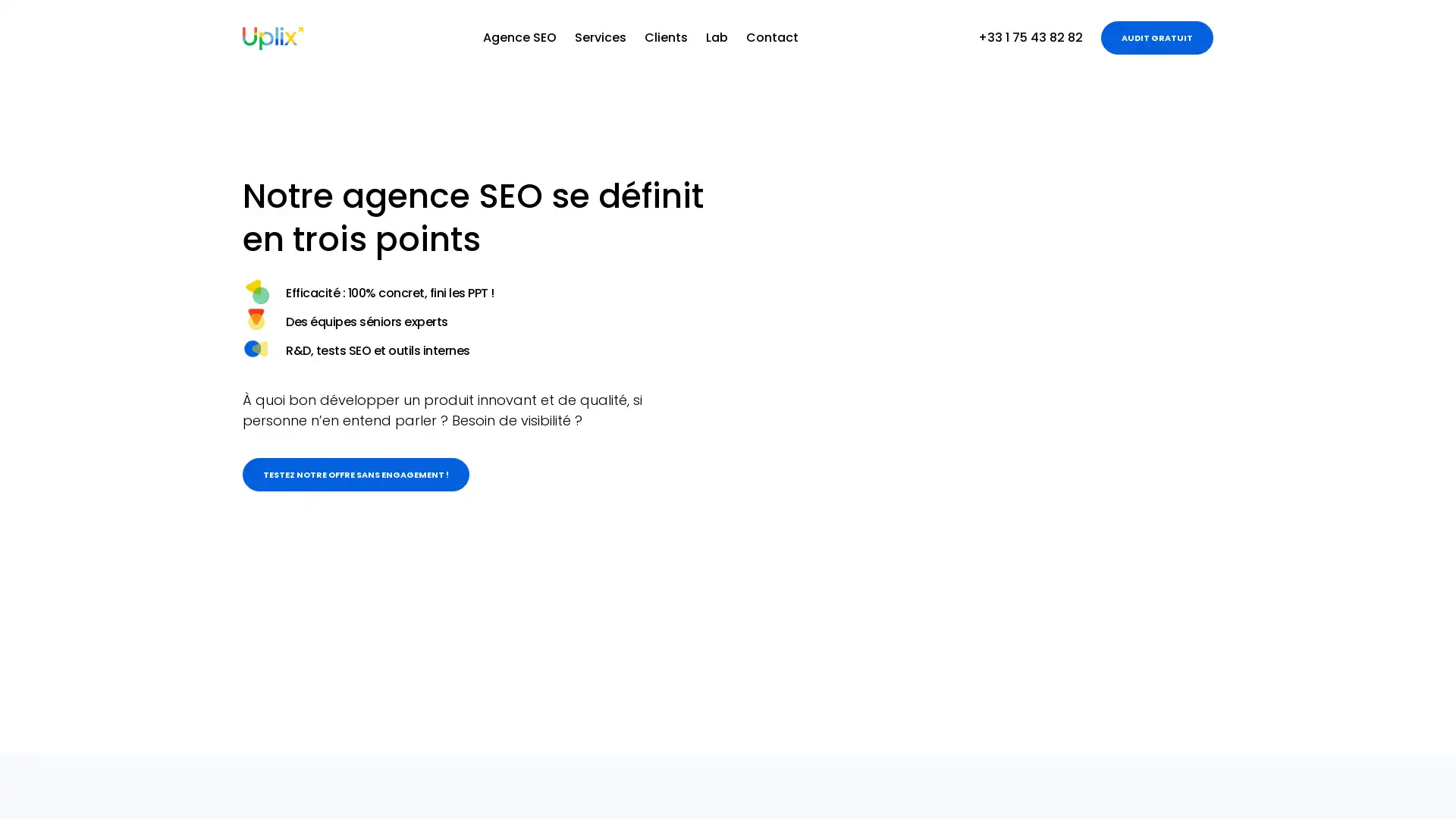 This screenshot has height=819, width=1456. What do you see at coordinates (1175, 742) in the screenshot?
I see `Non merci` at bounding box center [1175, 742].